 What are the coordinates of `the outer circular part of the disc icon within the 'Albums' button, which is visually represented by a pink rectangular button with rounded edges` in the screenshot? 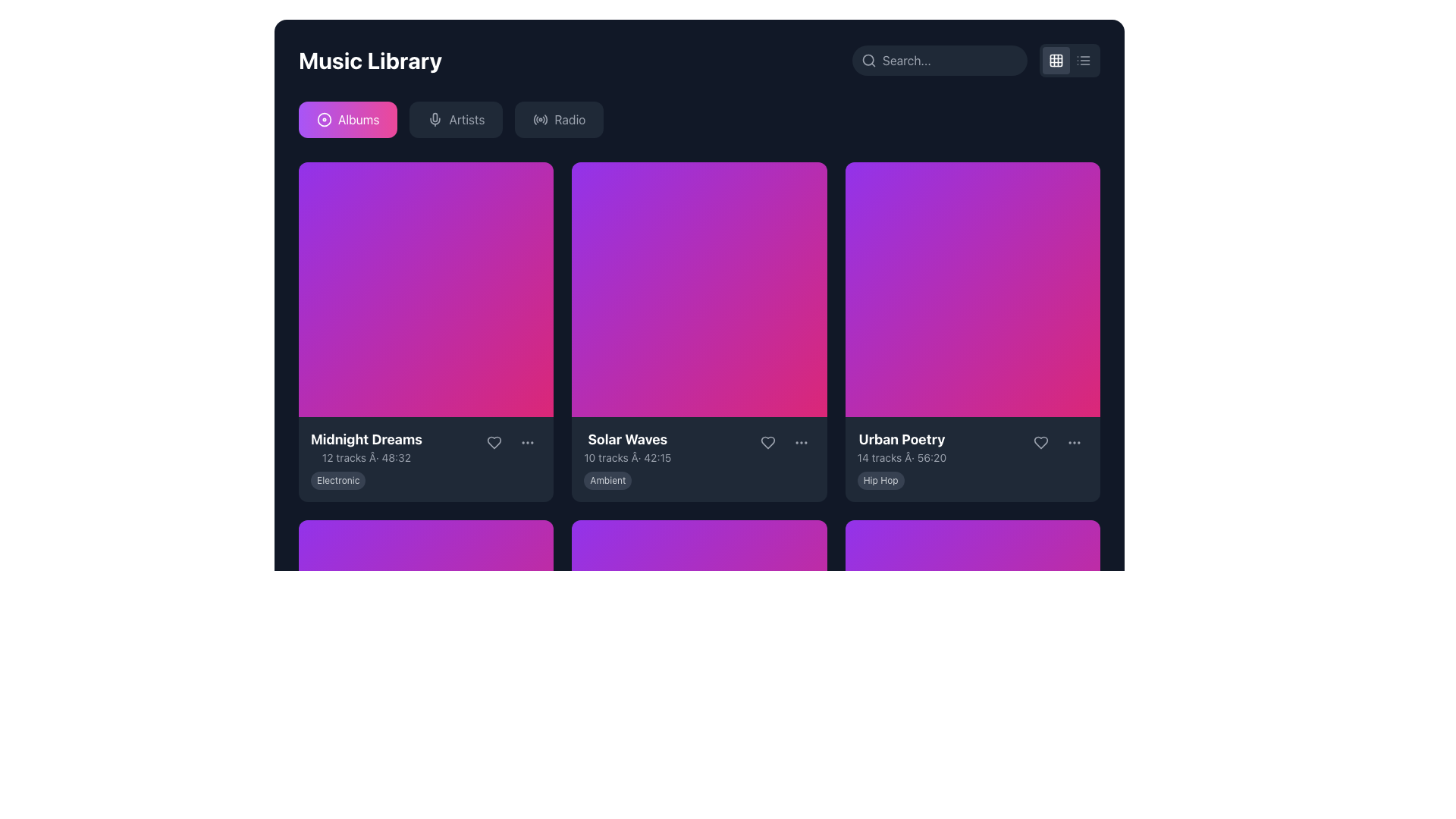 It's located at (323, 119).